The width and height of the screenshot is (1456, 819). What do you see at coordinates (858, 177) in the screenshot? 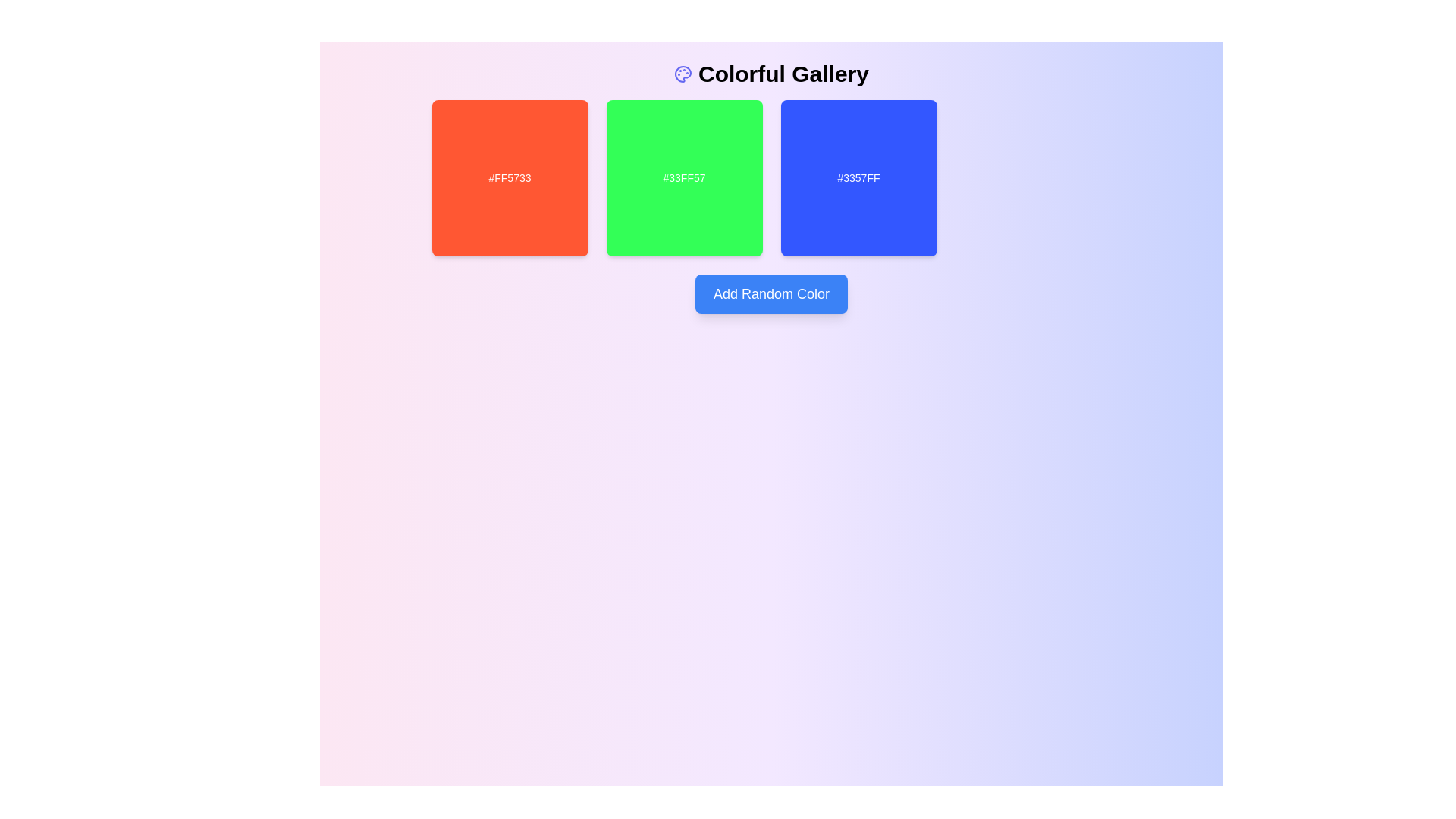
I see `the Color display card with a blue background and the text '#3357FF' centered in white` at bounding box center [858, 177].